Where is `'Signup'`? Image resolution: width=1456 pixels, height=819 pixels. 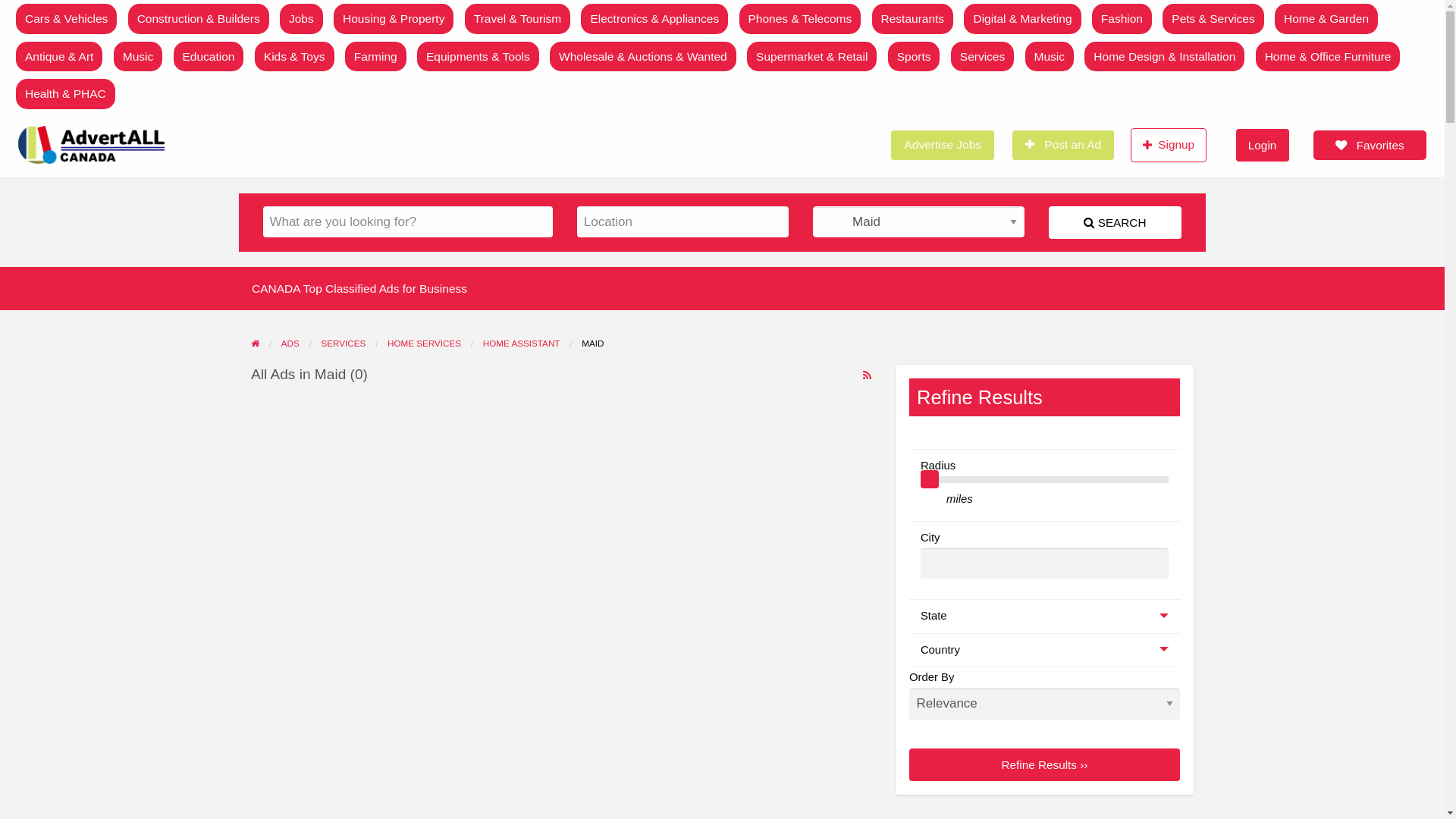 'Signup' is located at coordinates (1131, 145).